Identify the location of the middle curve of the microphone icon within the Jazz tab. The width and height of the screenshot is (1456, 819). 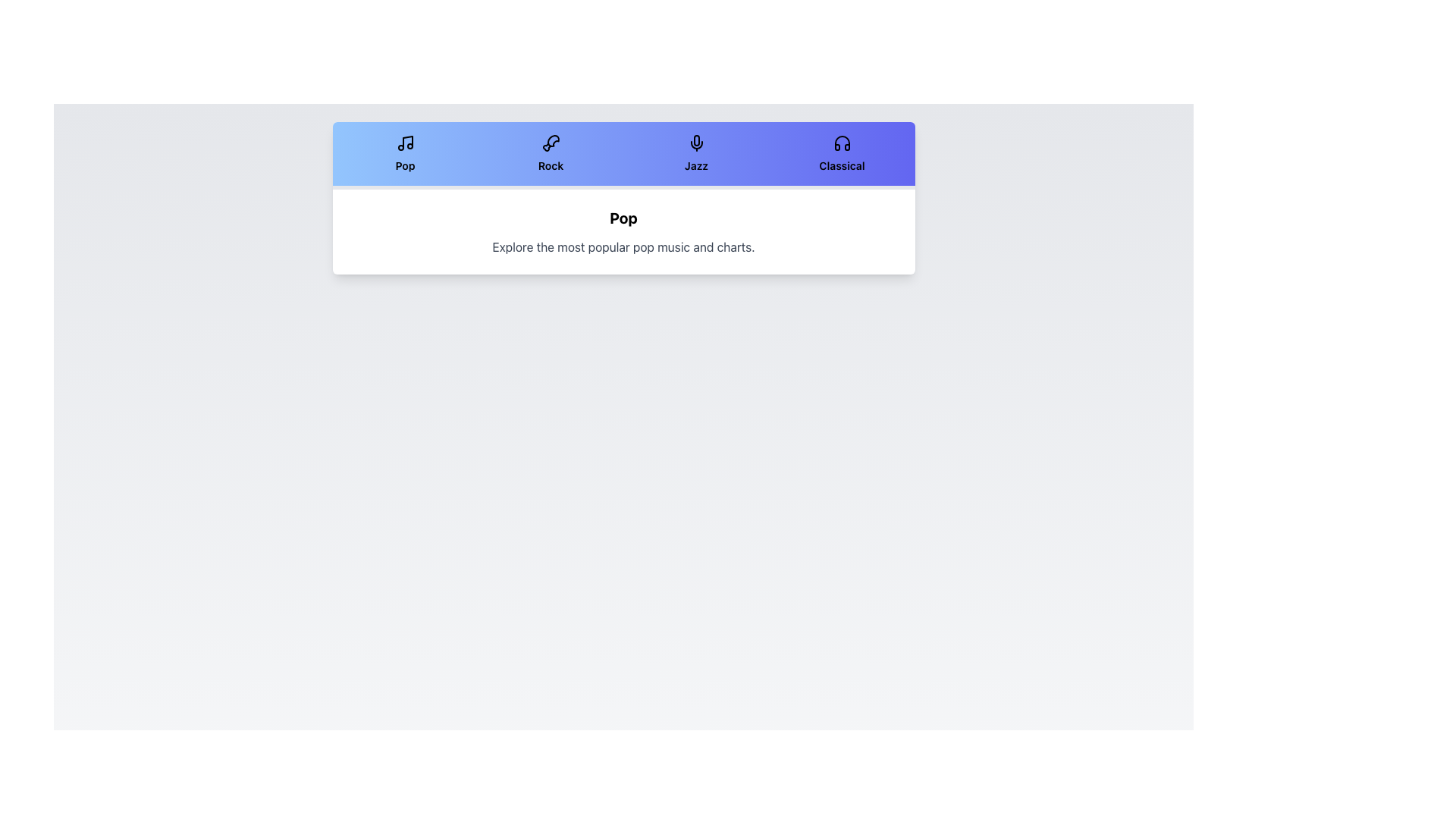
(695, 145).